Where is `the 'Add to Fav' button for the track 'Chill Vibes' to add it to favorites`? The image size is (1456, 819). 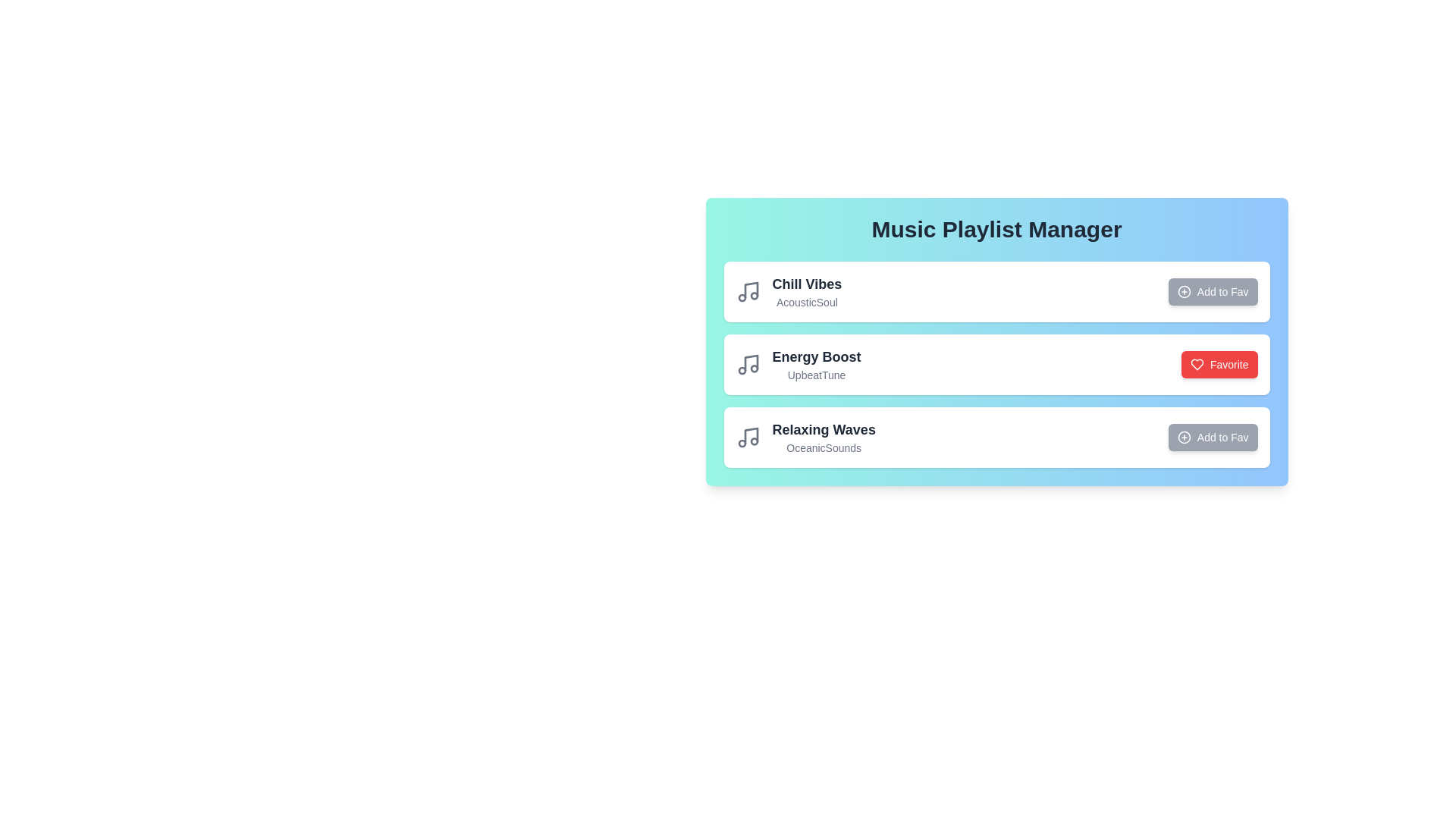
the 'Add to Fav' button for the track 'Chill Vibes' to add it to favorites is located at coordinates (1211, 292).